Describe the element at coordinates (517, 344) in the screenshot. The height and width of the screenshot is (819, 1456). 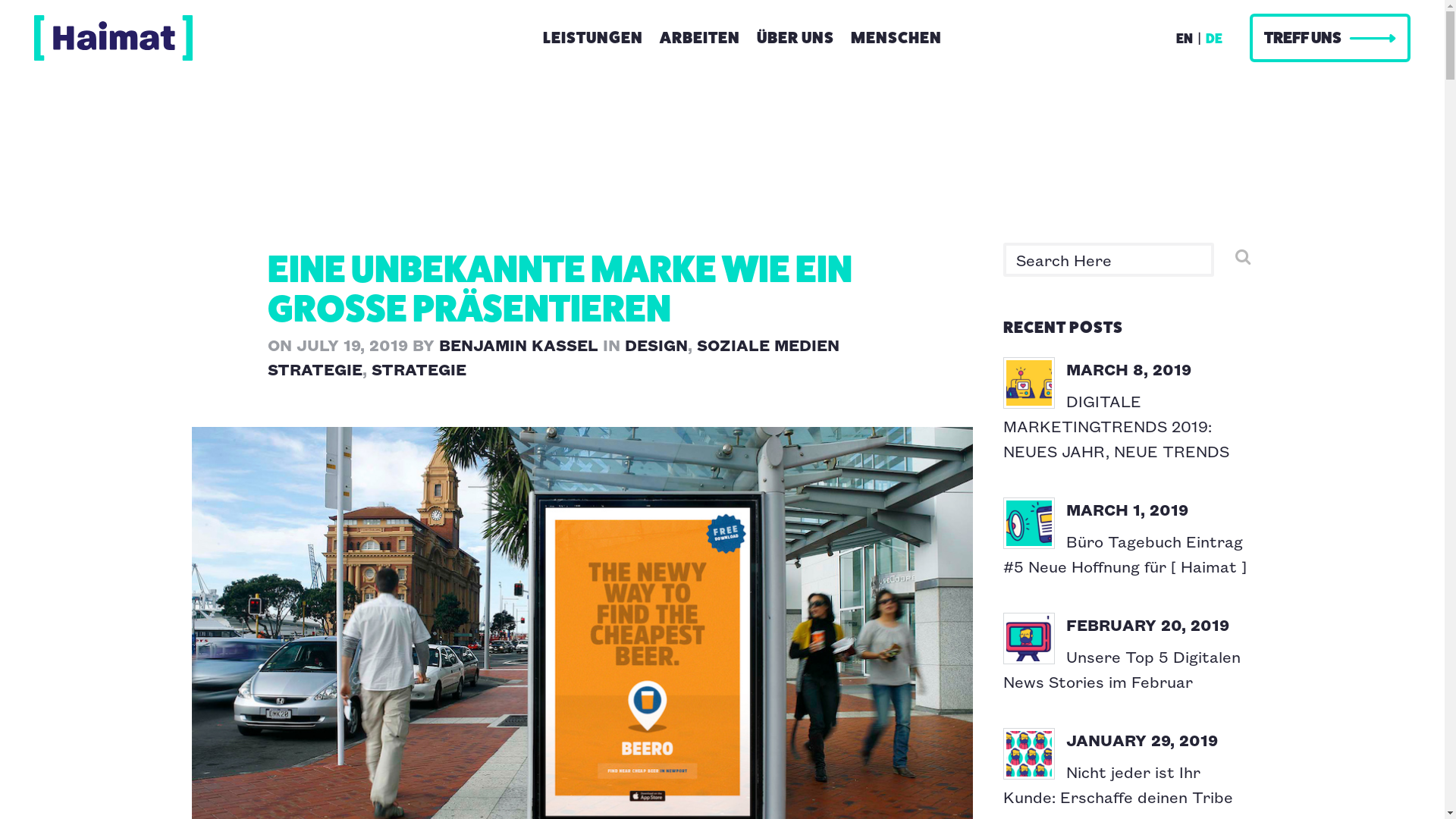
I see `'BENJAMIN KASSEL'` at that location.